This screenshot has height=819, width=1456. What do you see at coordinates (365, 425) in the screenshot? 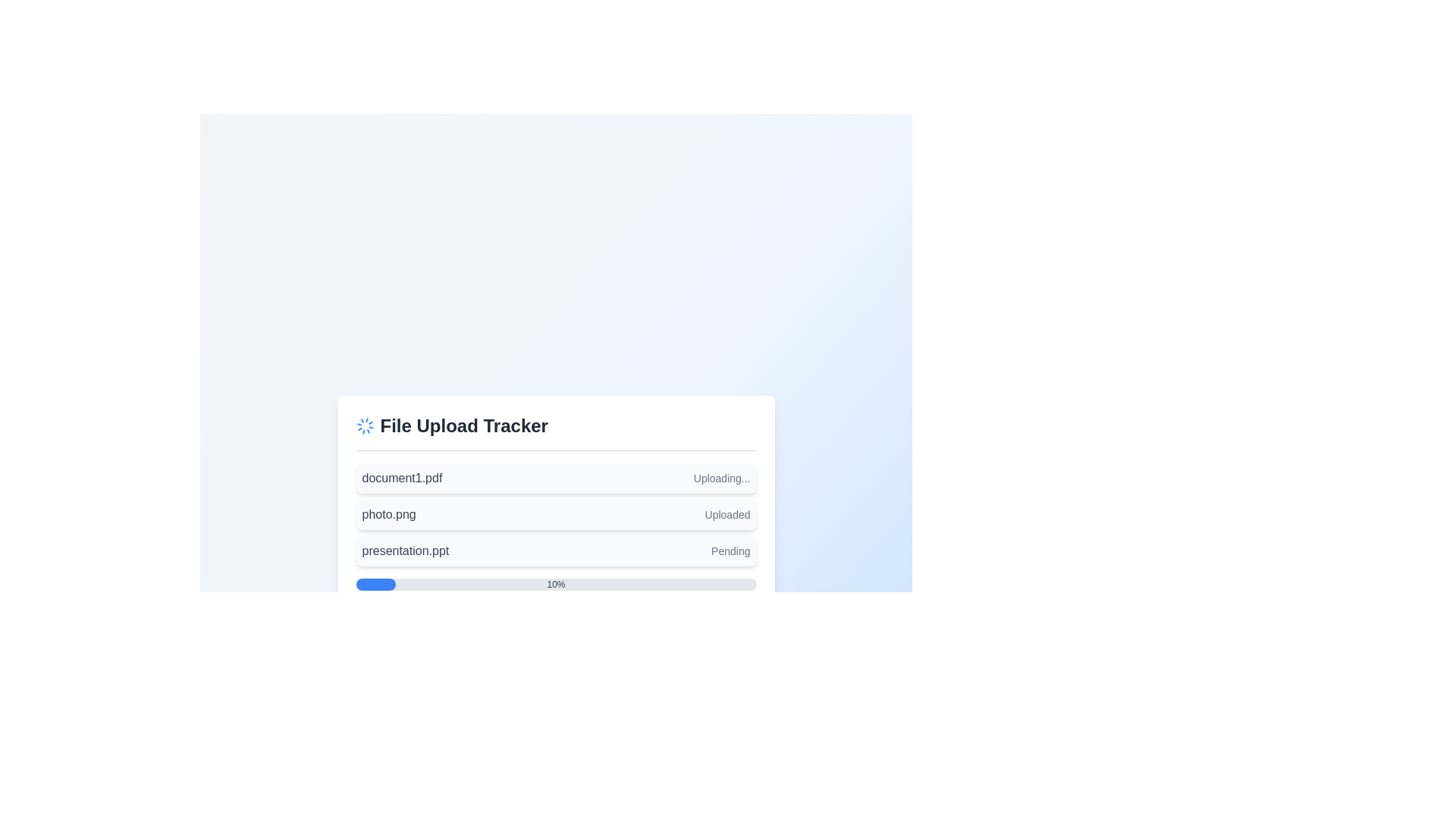
I see `the animated blue loader/spinner icon positioned to the left of the 'File Upload Tracker' text` at bounding box center [365, 425].